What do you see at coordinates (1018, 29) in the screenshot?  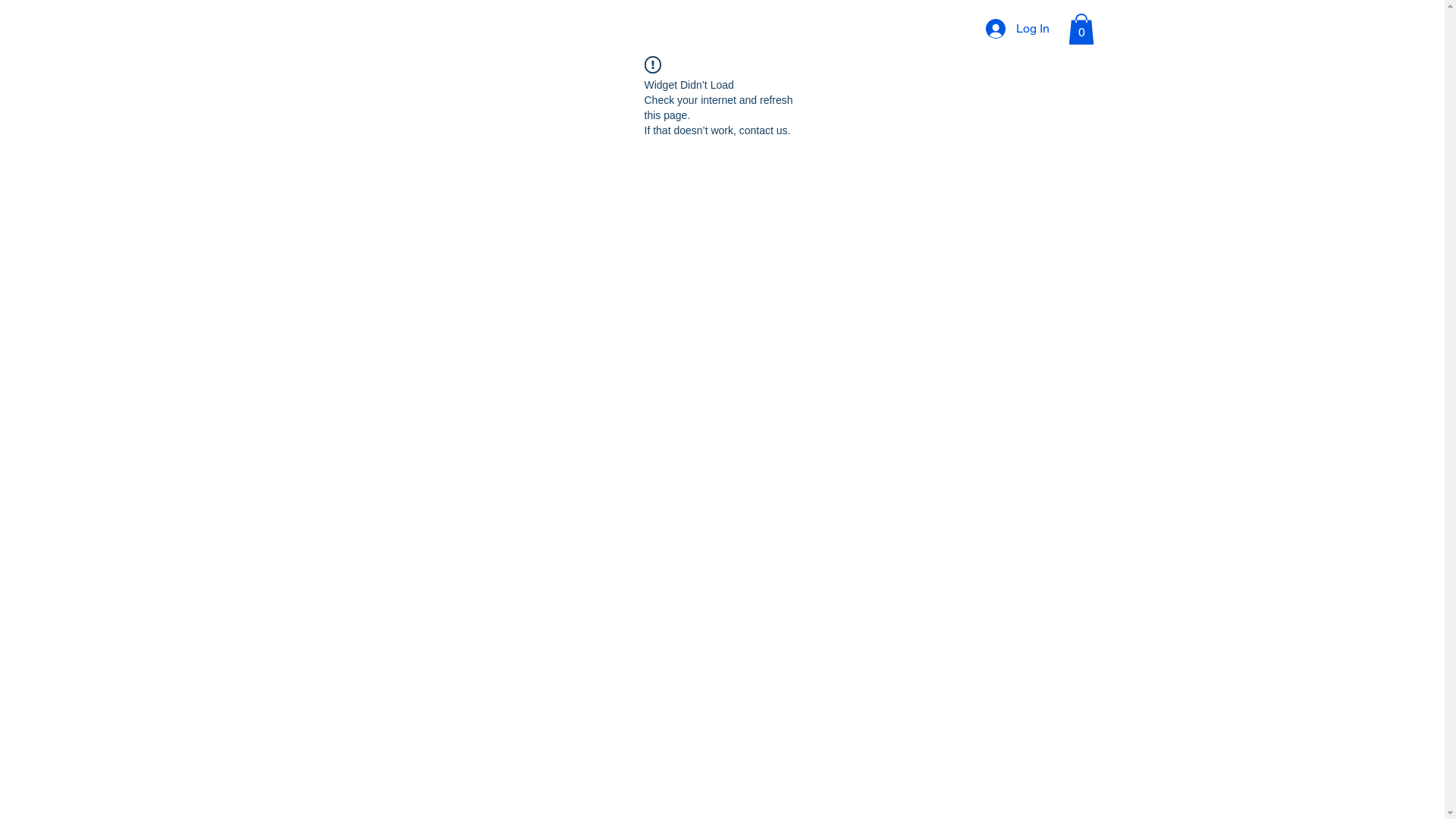 I see `'Log In'` at bounding box center [1018, 29].